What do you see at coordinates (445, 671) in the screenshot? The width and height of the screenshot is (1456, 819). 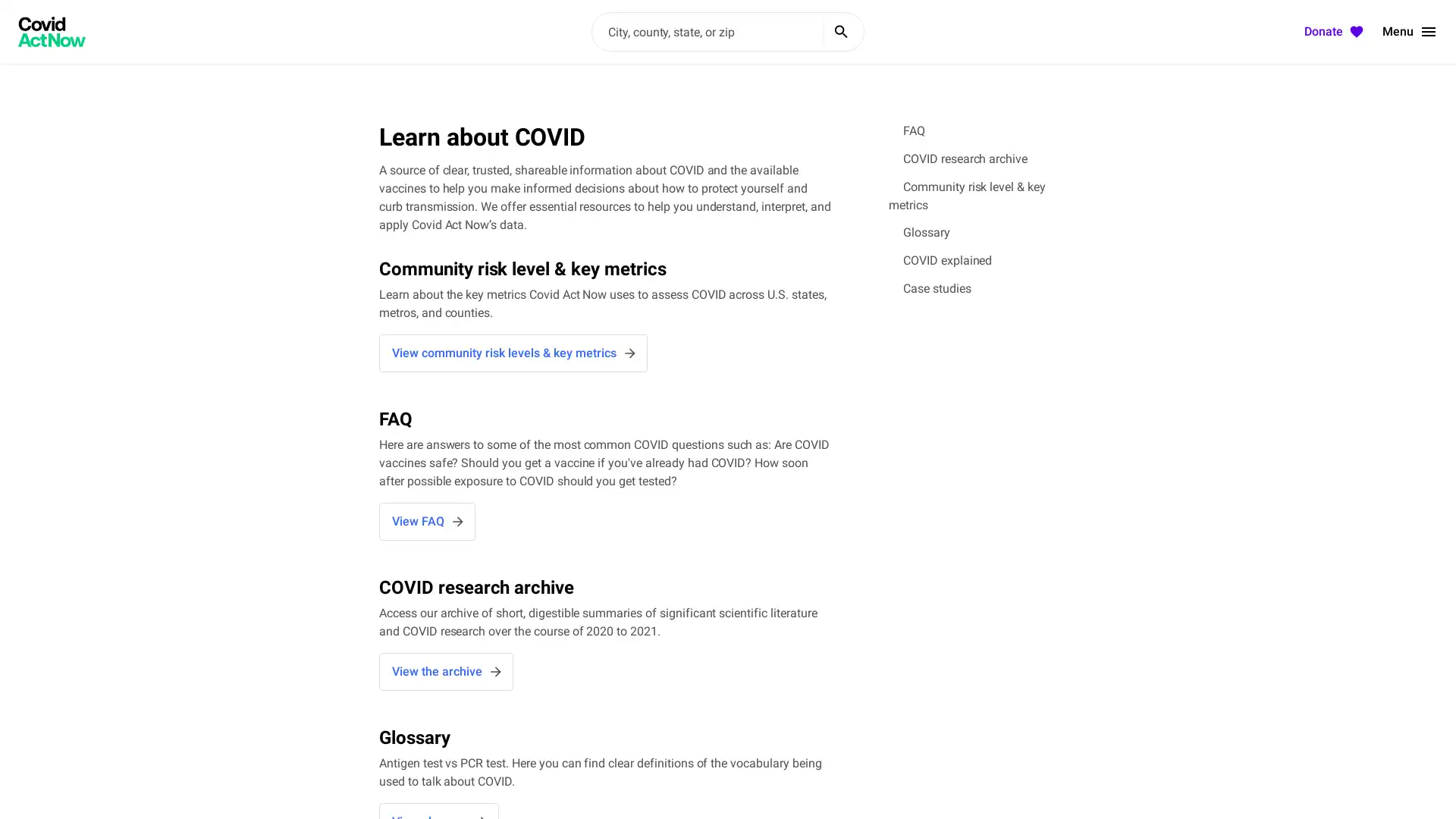 I see `View the archive` at bounding box center [445, 671].